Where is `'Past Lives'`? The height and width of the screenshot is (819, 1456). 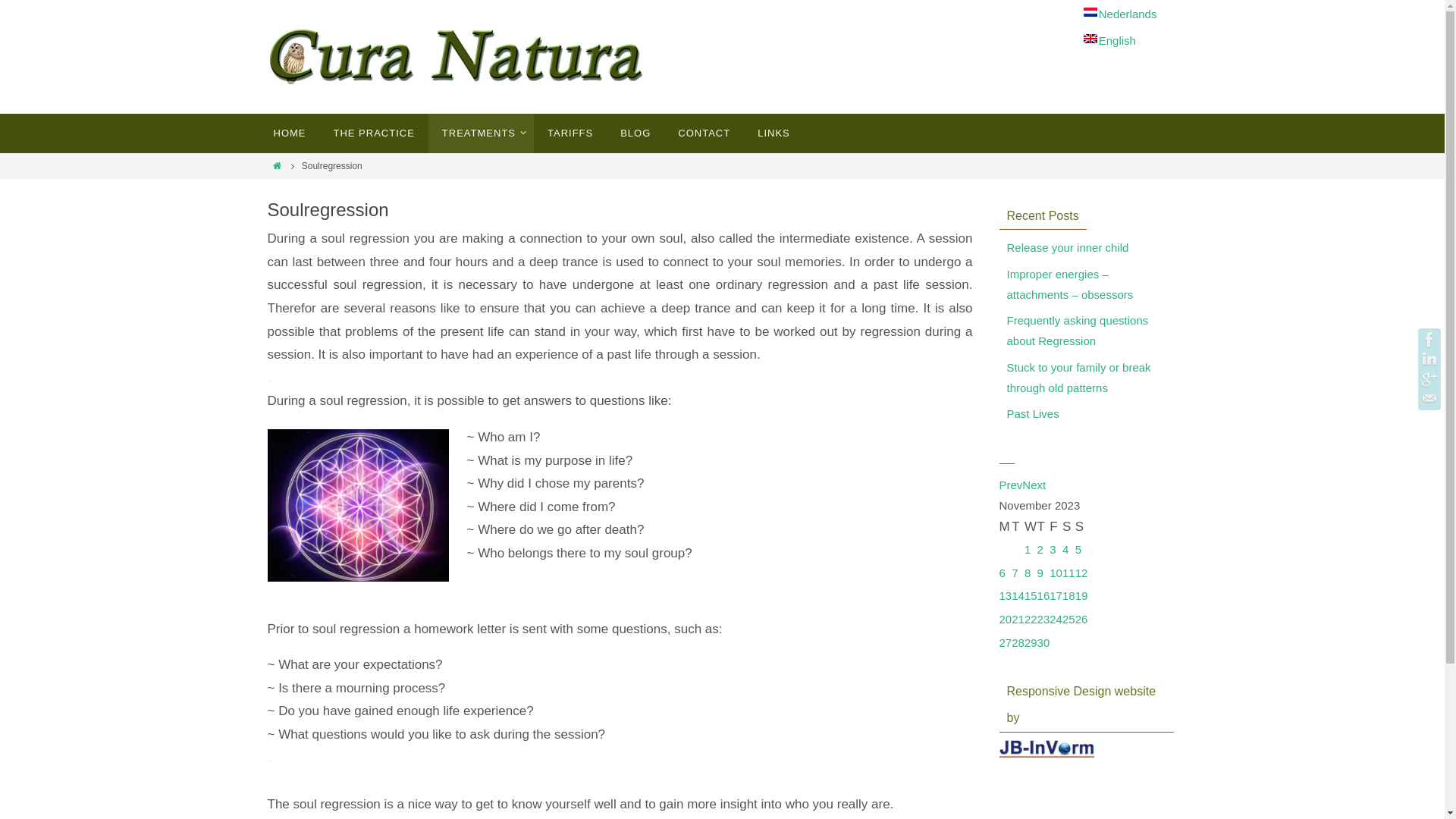
'Past Lives' is located at coordinates (1007, 414).